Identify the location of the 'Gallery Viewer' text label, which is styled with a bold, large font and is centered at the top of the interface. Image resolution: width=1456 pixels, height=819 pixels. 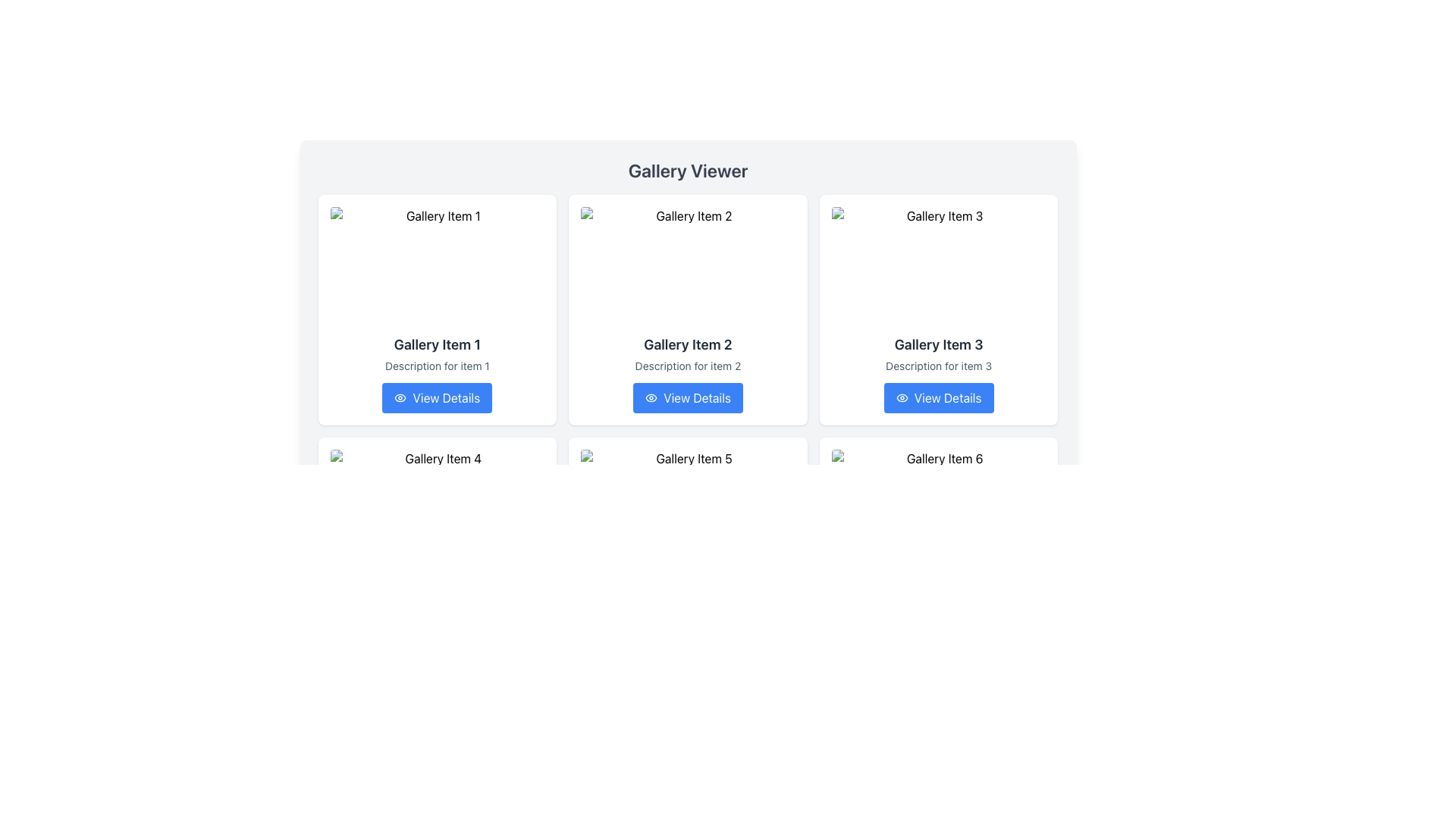
(687, 170).